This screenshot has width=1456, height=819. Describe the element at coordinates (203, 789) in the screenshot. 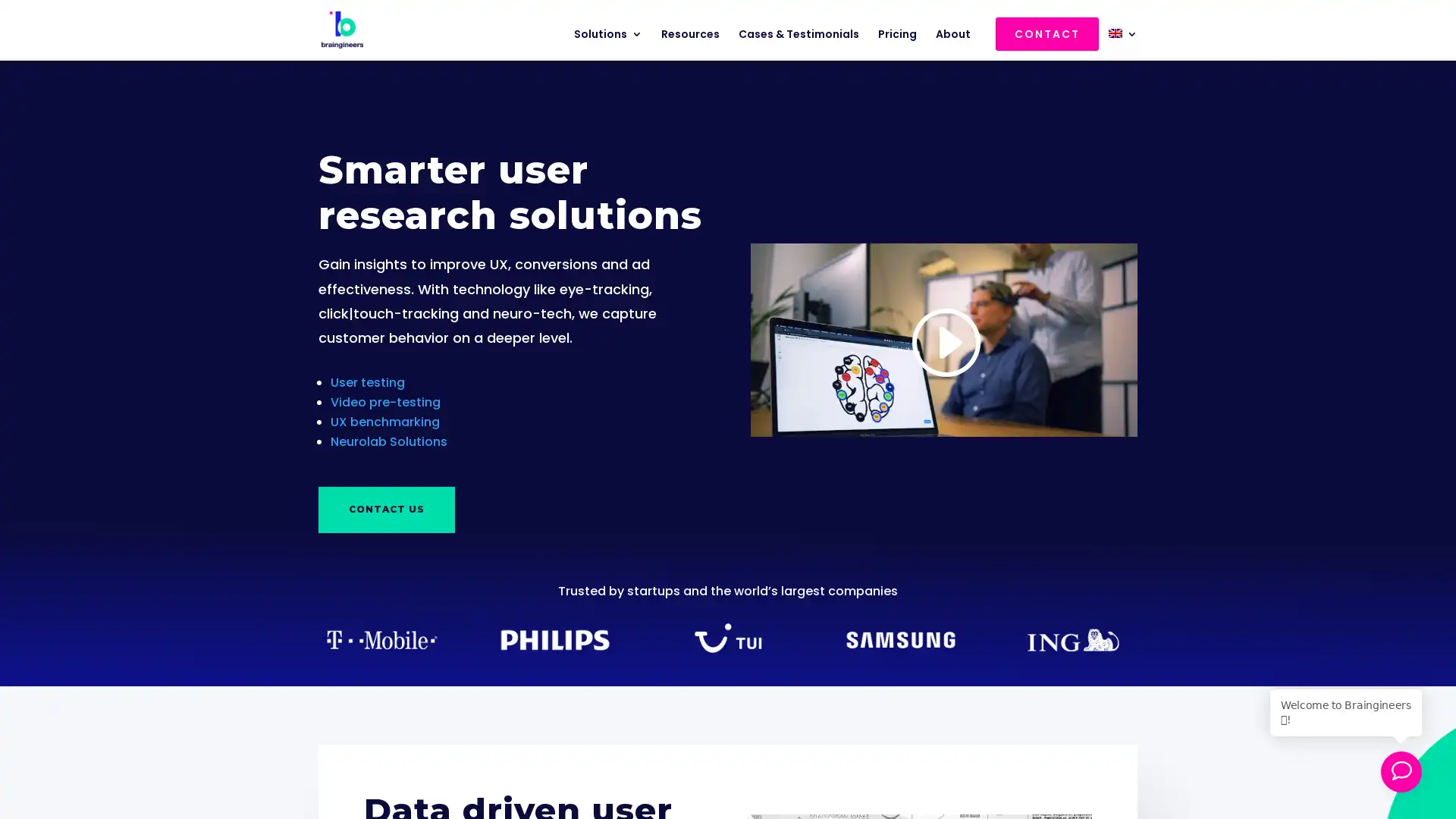

I see `Download 5` at that location.